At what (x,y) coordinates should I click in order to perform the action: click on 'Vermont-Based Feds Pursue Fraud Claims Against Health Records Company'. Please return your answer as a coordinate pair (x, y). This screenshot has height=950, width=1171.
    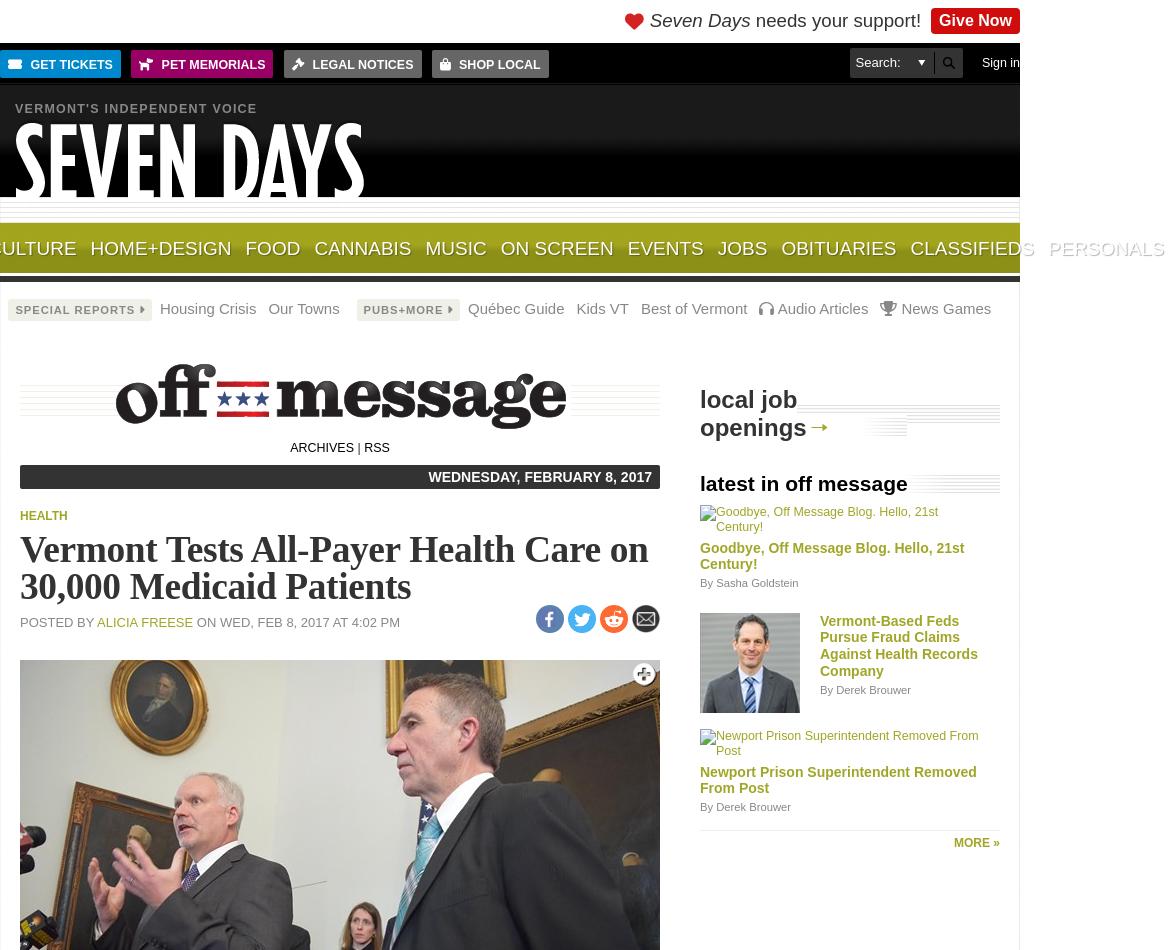
    Looking at the image, I should click on (820, 645).